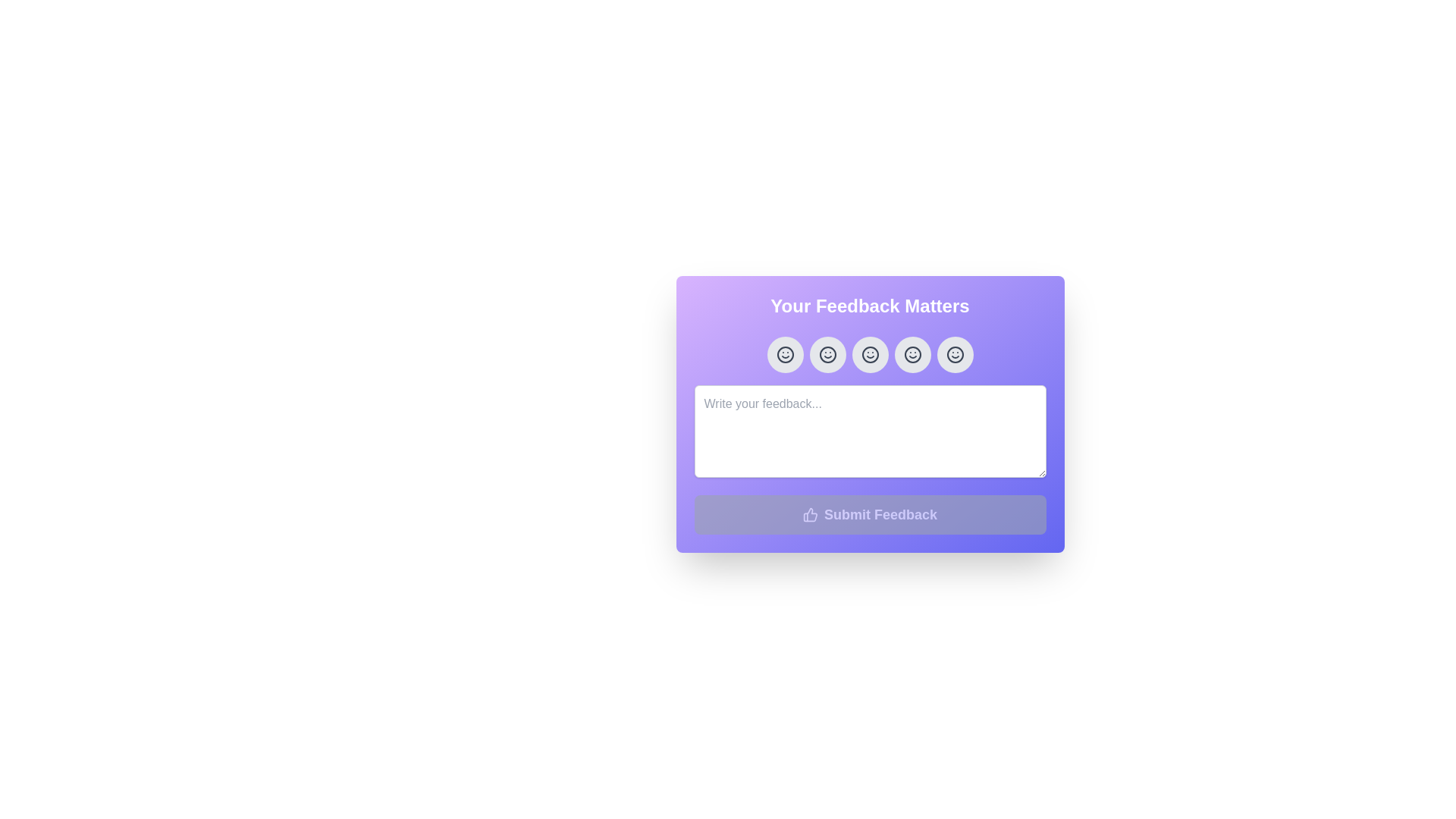  I want to click on the selectable feedback option represented by a circular SVG icon resembling a smiley face, located in the horizontal list of feedback options, so click(785, 354).